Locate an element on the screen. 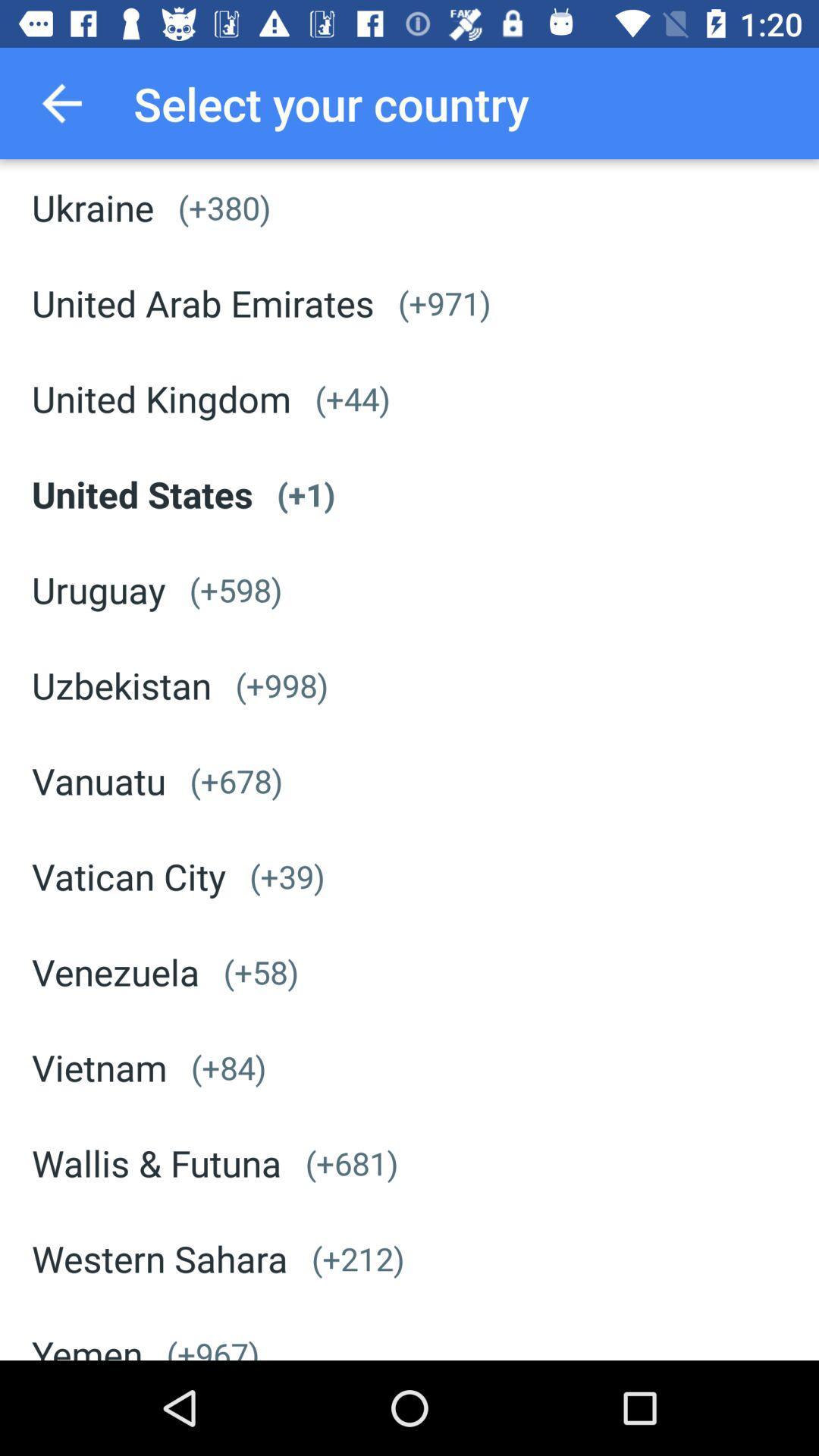 This screenshot has width=819, height=1456. the united arab emirates icon is located at coordinates (202, 303).